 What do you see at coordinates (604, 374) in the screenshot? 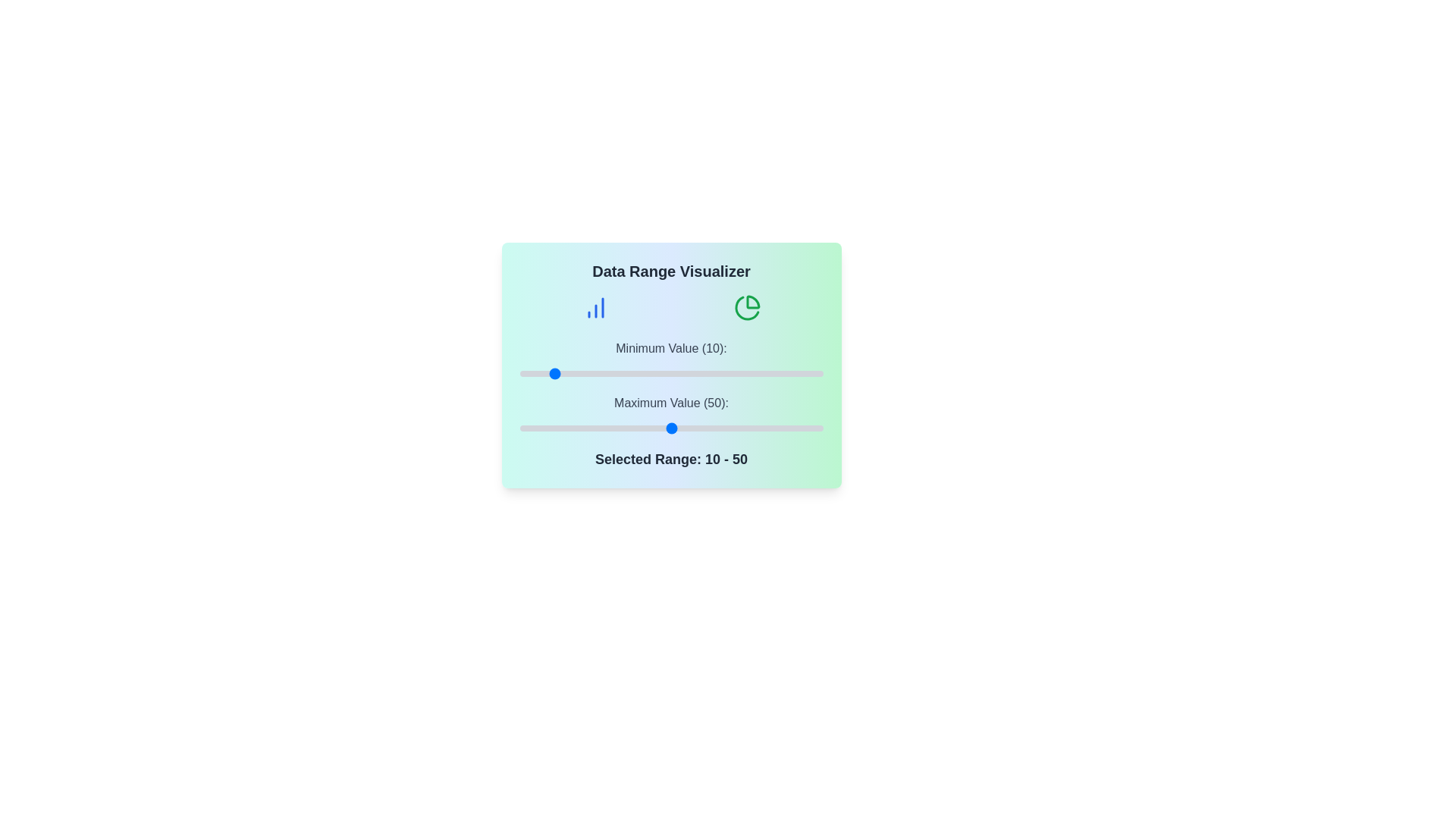
I see `the minimum value slider to 28` at bounding box center [604, 374].